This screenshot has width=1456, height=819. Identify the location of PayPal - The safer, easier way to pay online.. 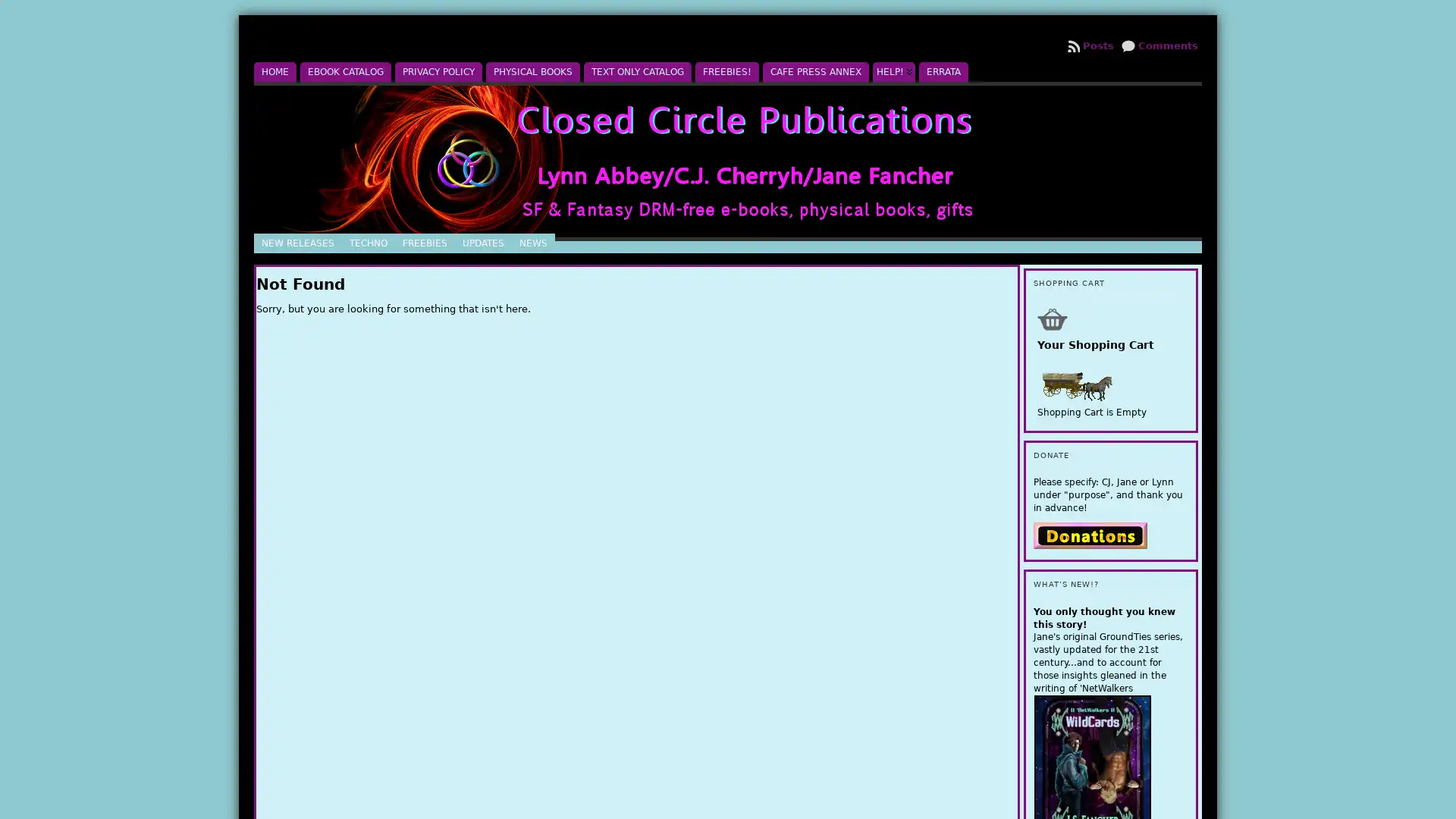
(1090, 534).